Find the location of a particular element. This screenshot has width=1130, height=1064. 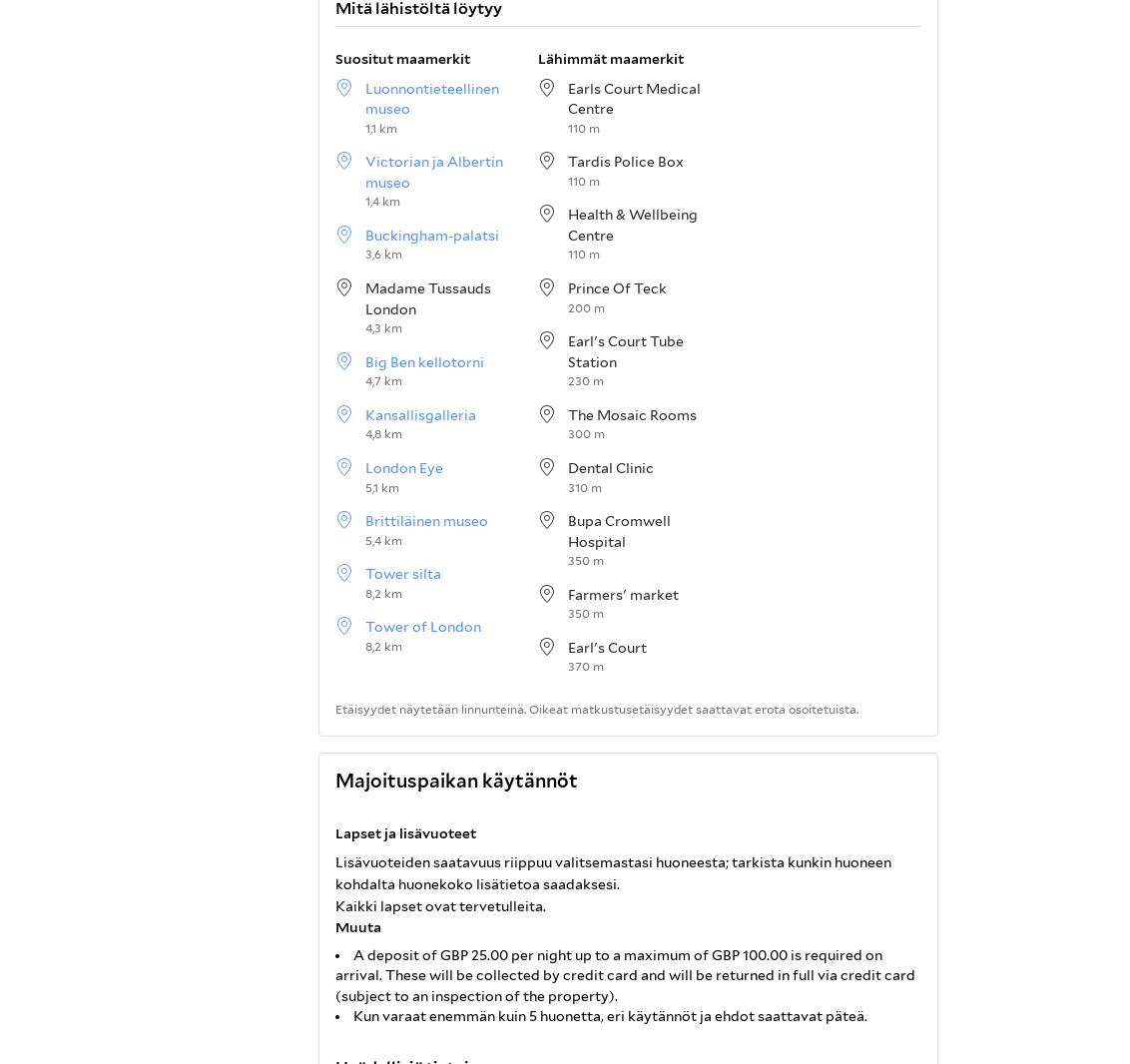

'370 m' is located at coordinates (585, 665).